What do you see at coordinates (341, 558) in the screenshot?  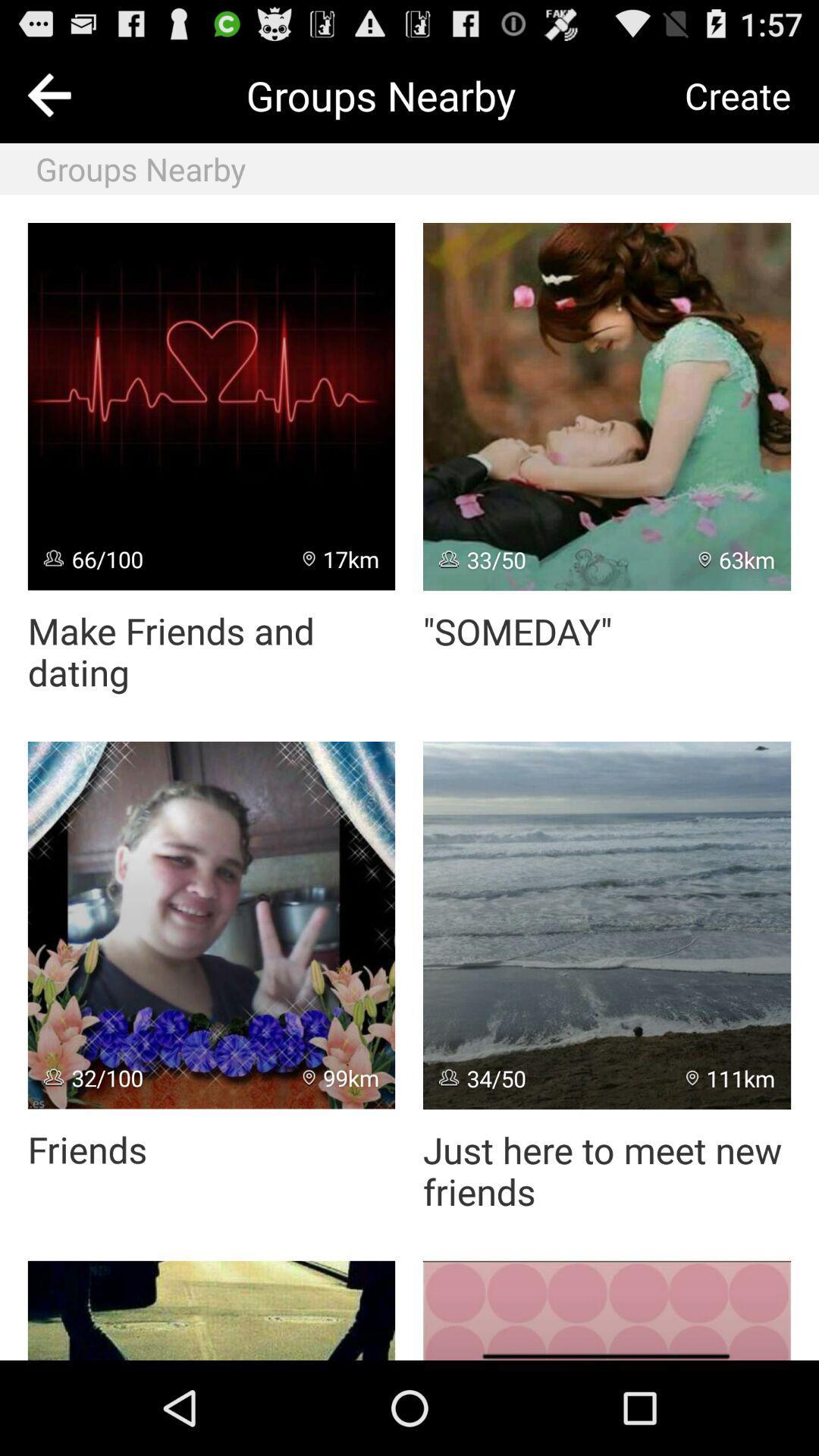 I see `the app next to the 66/100 icon` at bounding box center [341, 558].